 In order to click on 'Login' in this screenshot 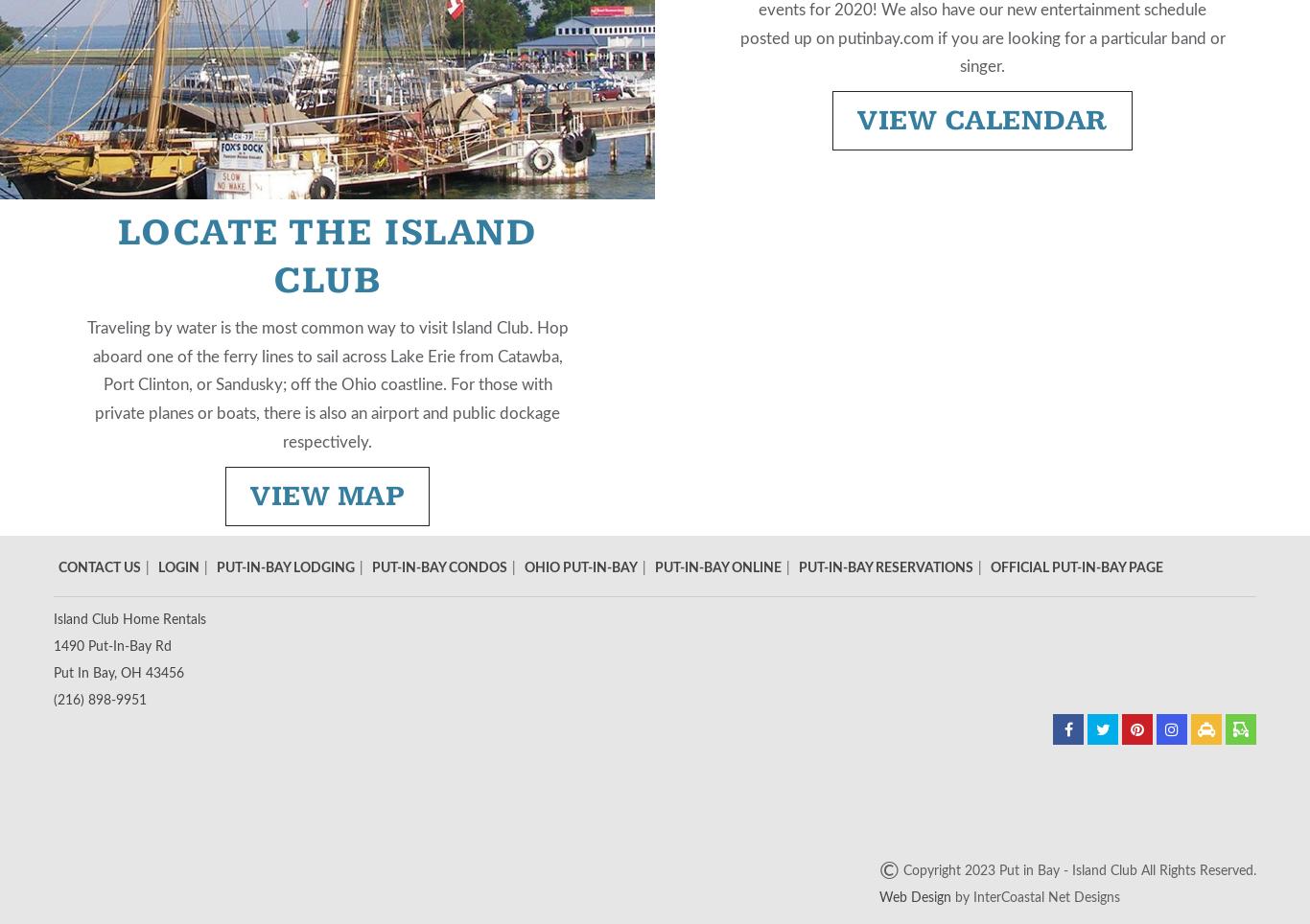, I will do `click(177, 566)`.